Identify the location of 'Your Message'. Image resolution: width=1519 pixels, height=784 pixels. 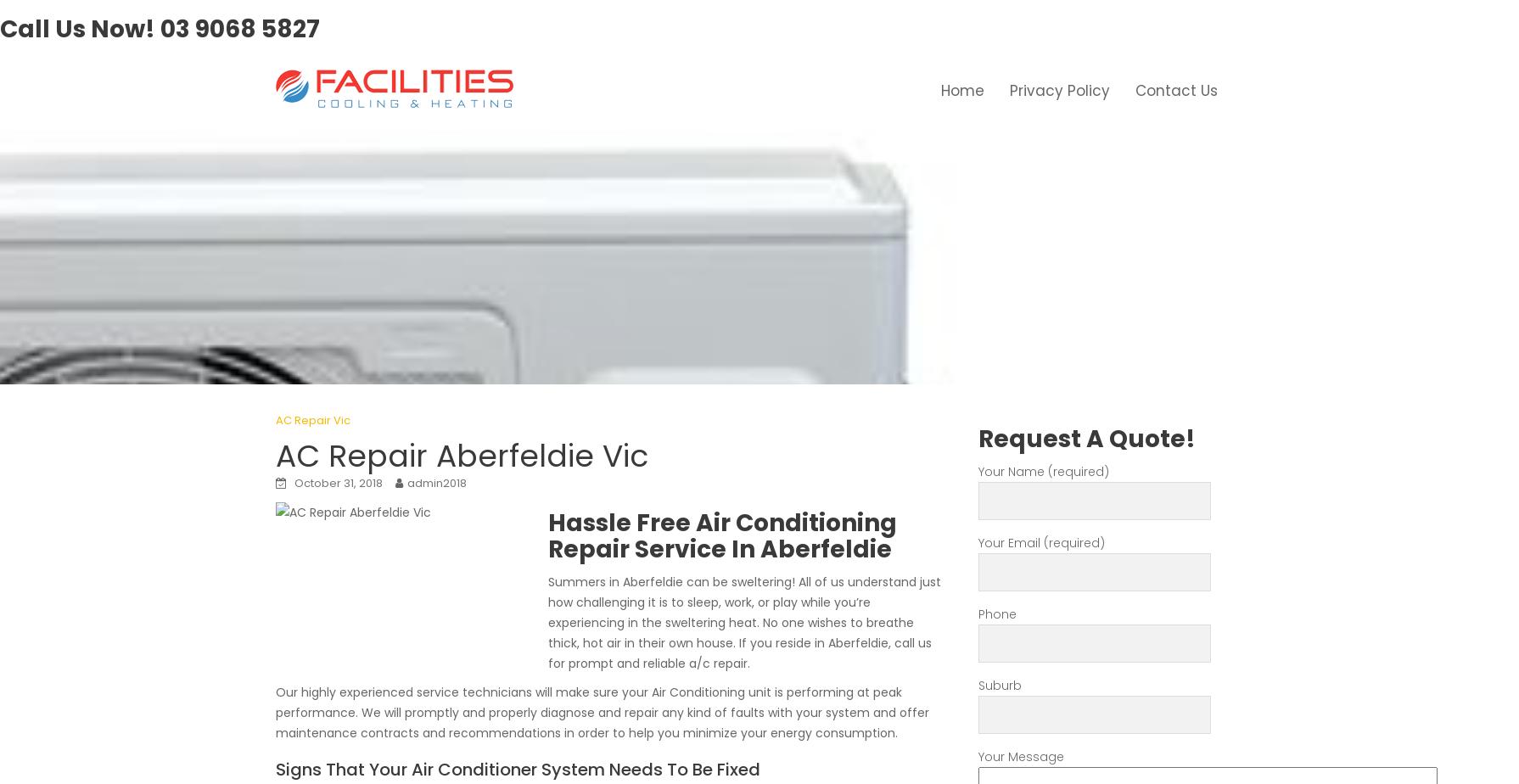
(1021, 756).